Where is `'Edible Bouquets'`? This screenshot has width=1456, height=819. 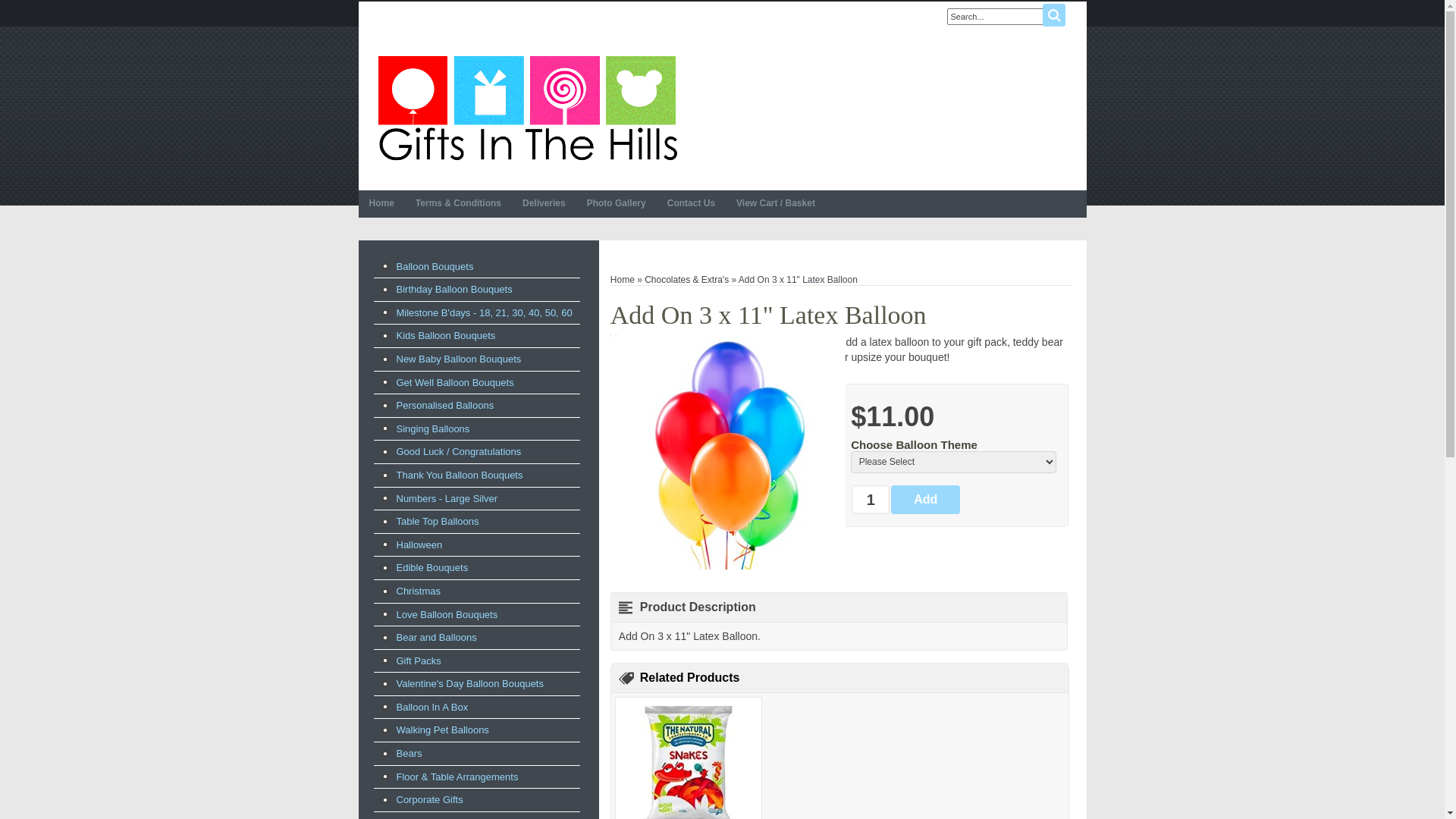
'Edible Bouquets' is located at coordinates (372, 567).